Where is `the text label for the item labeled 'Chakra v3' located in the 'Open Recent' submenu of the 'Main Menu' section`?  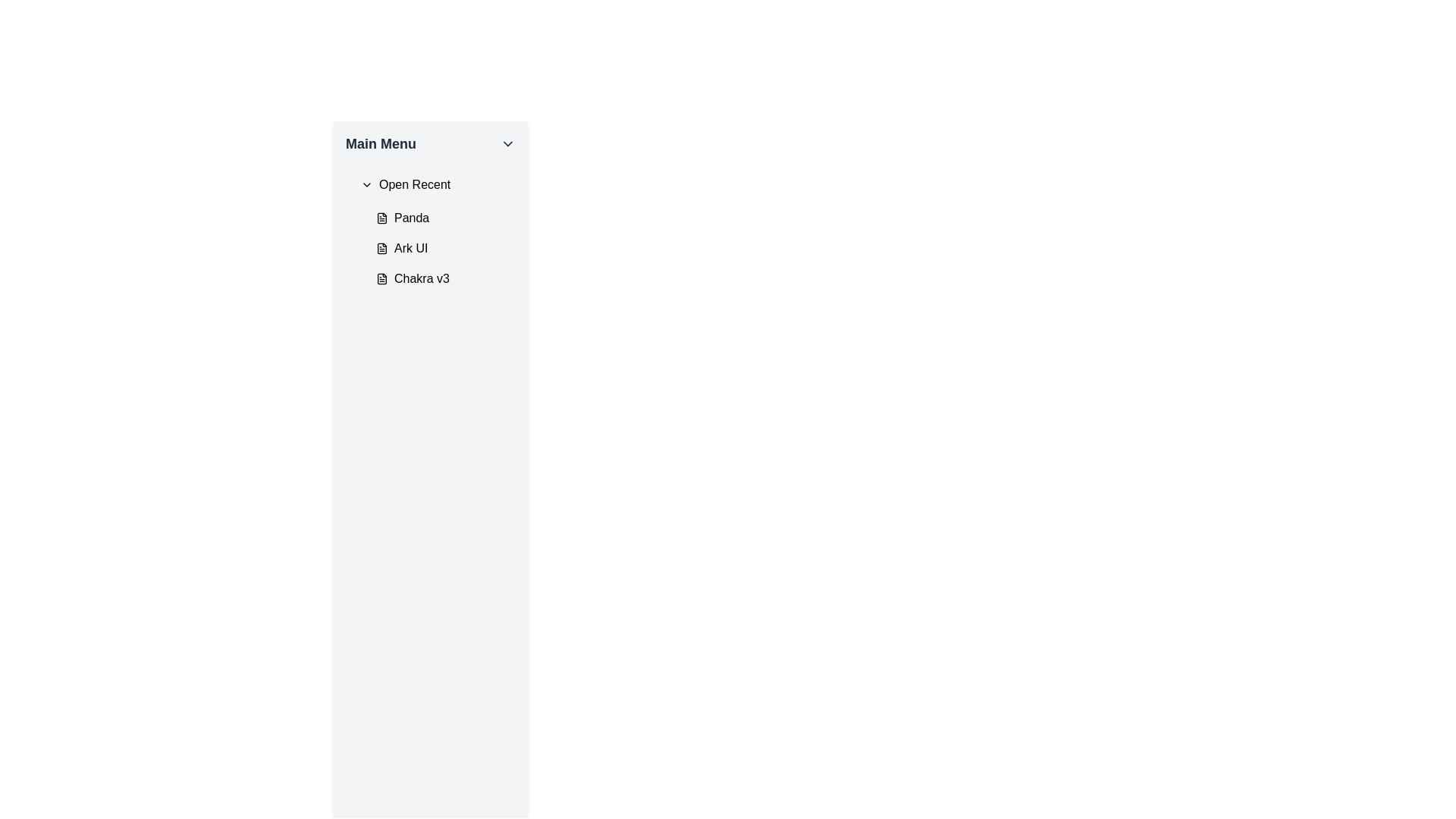
the text label for the item labeled 'Chakra v3' located in the 'Open Recent' submenu of the 'Main Menu' section is located at coordinates (422, 278).